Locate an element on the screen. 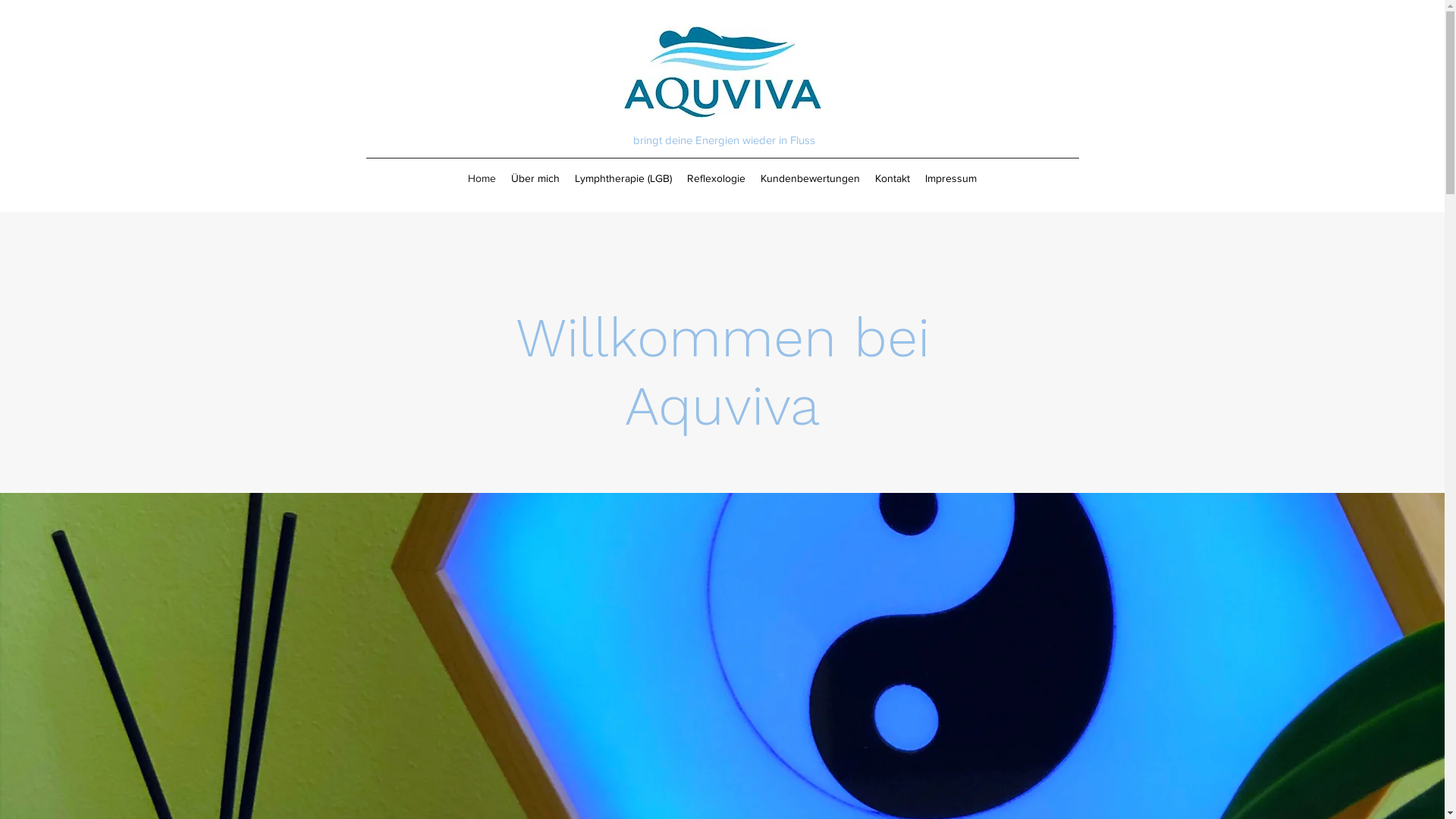  'Home' is located at coordinates (481, 177).